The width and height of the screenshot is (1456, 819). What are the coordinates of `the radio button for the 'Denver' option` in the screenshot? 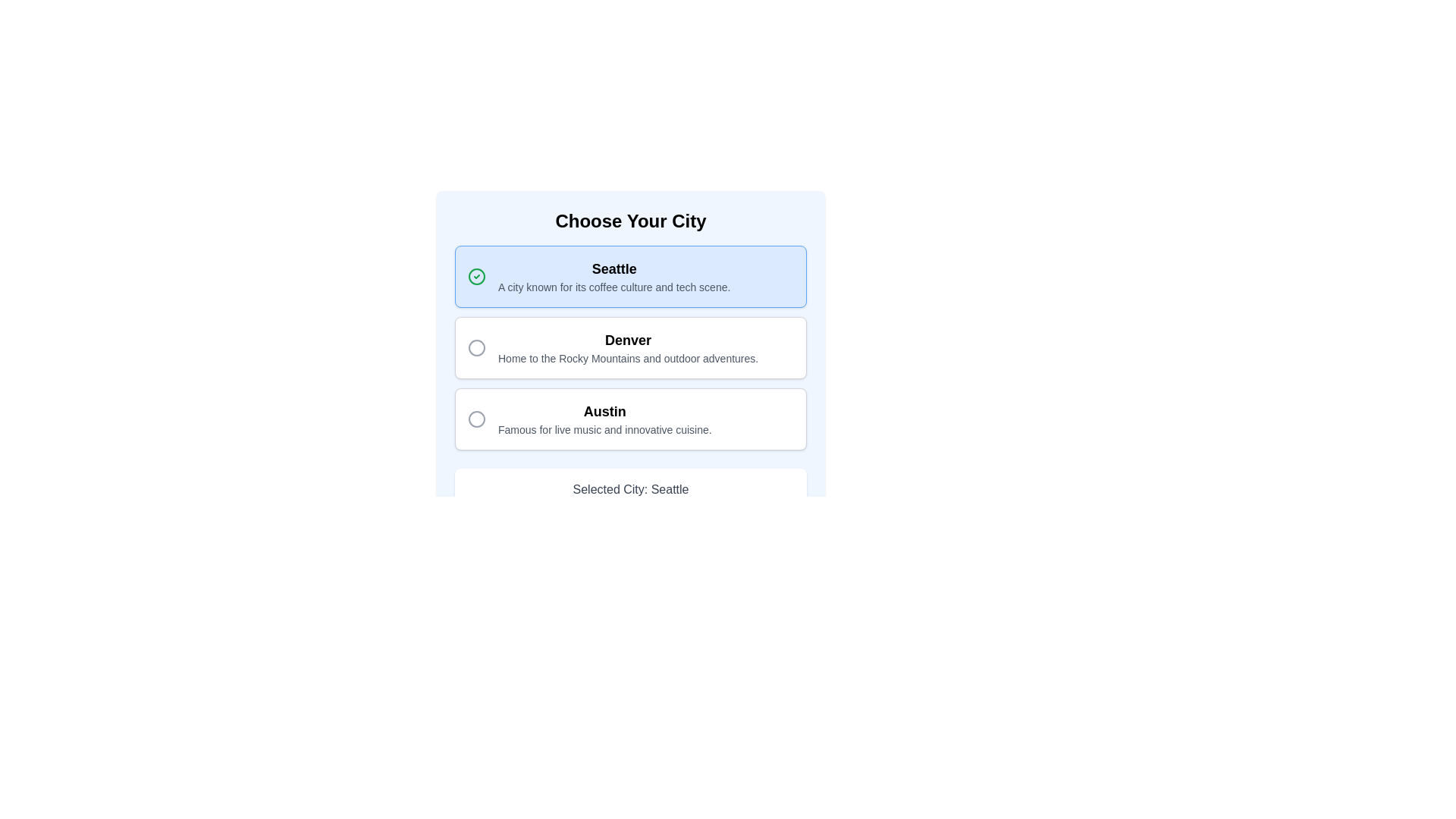 It's located at (475, 348).